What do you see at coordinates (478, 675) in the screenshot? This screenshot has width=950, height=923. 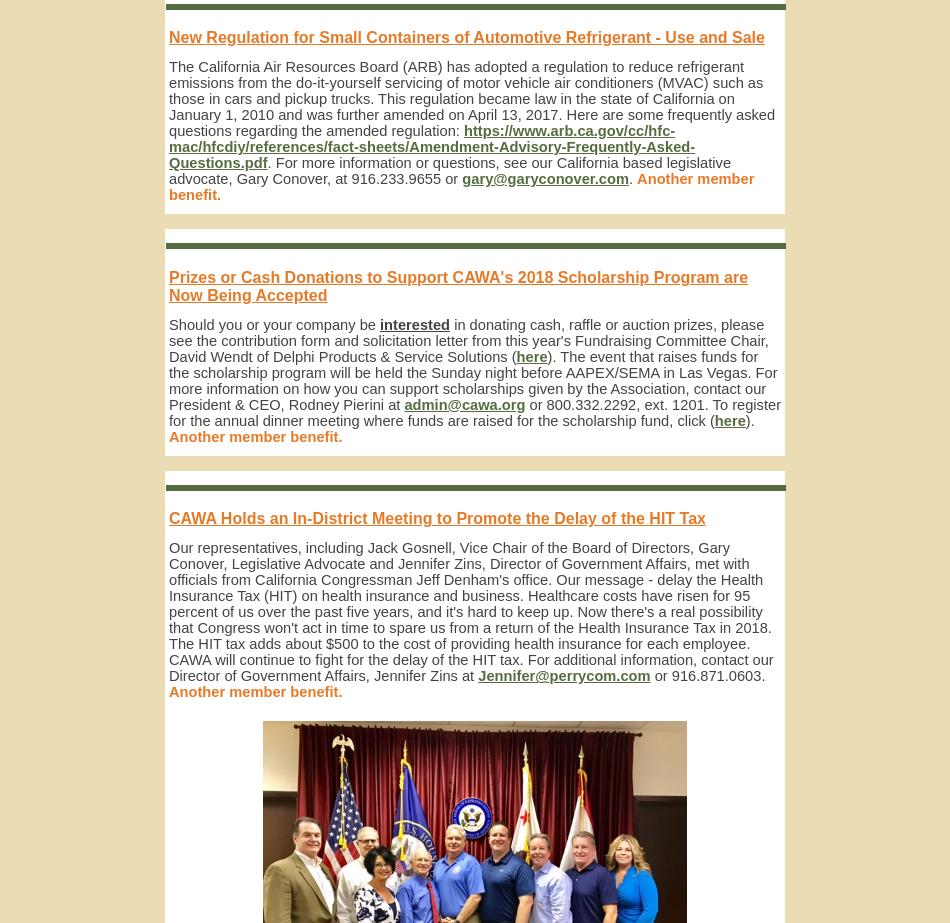 I see `'Jennifer@perrycom.com'` at bounding box center [478, 675].